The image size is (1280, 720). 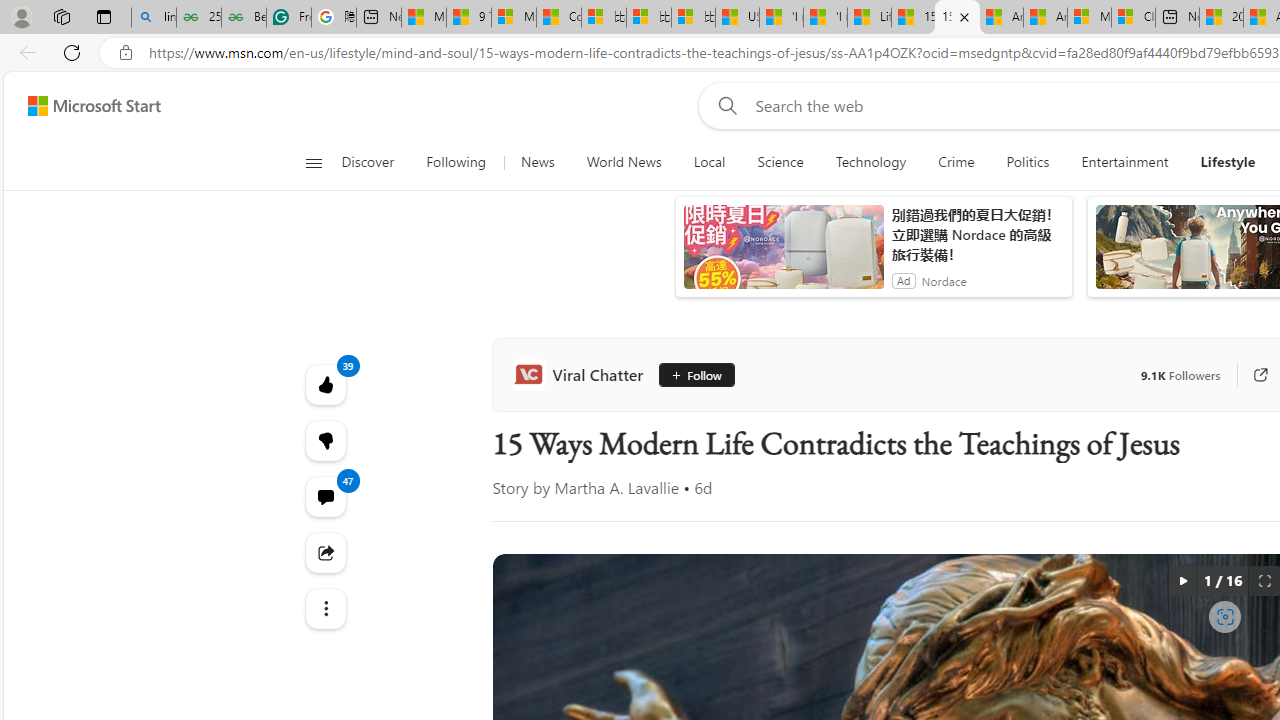 What do you see at coordinates (242, 17) in the screenshot?
I see `'Best SSL Certificates Provider in India - GeeksforGeeks'` at bounding box center [242, 17].